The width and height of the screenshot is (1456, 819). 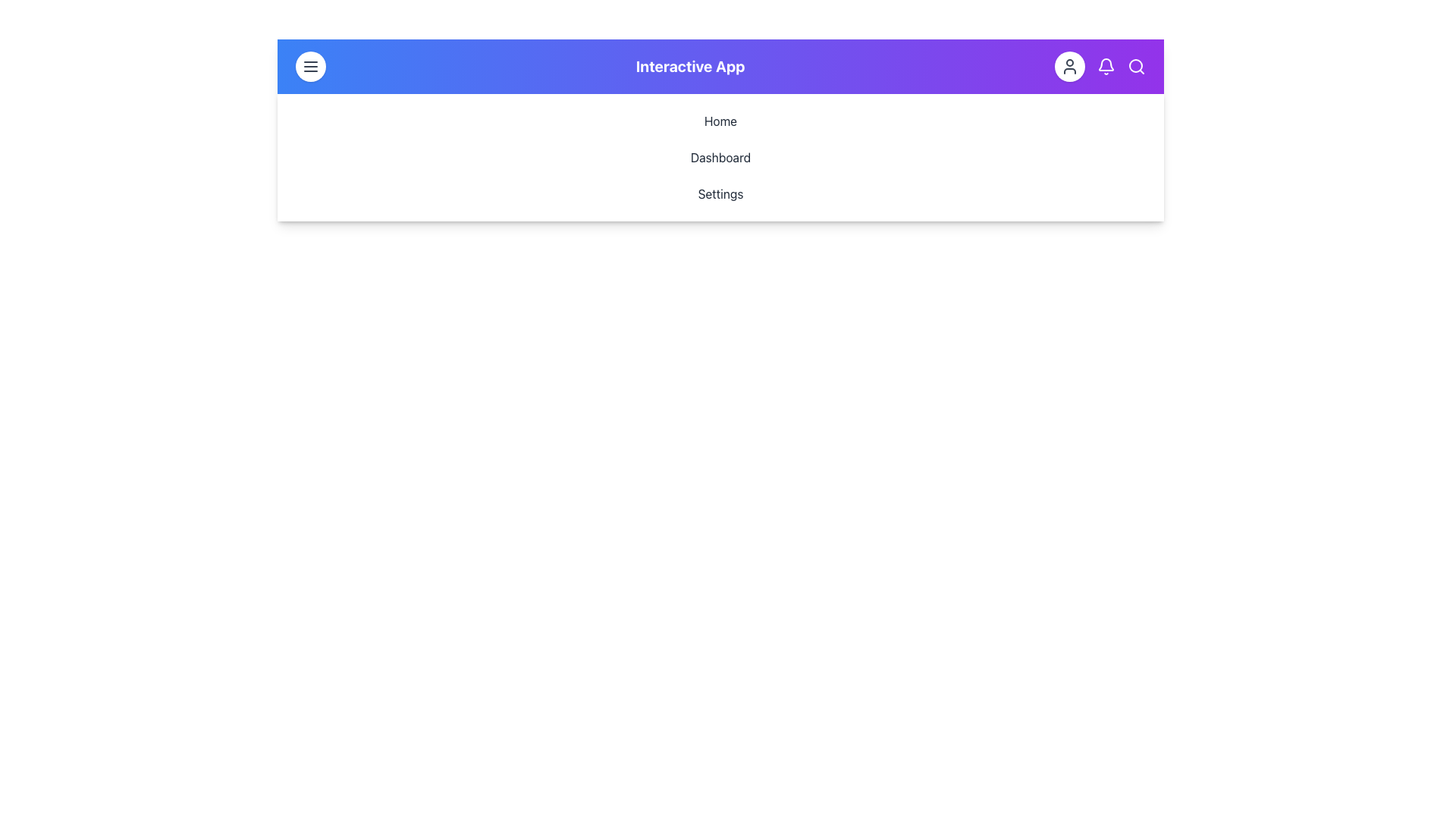 What do you see at coordinates (309, 66) in the screenshot?
I see `the circular button with a white background and a triple-line icon in dark gray` at bounding box center [309, 66].